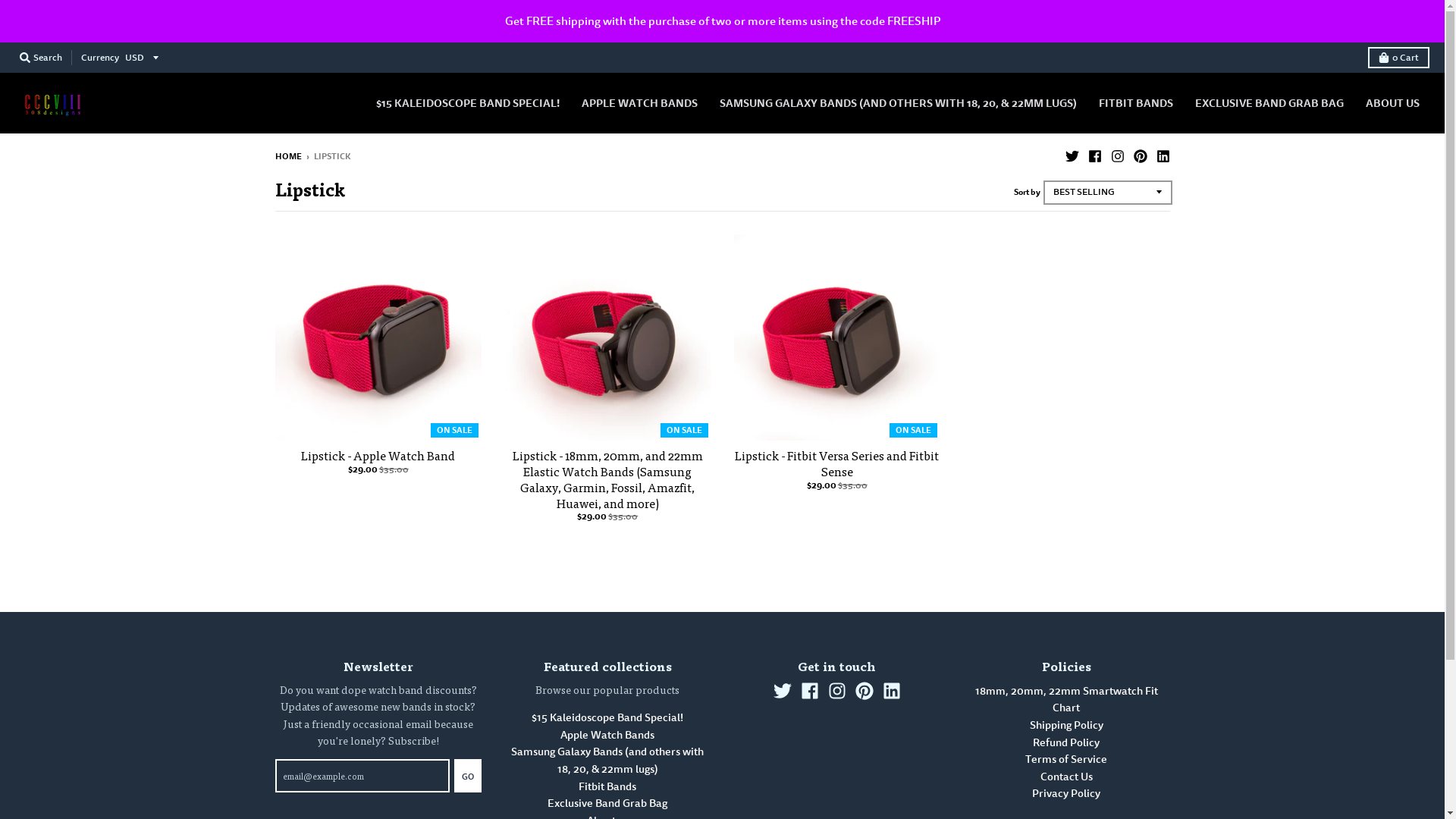 The width and height of the screenshot is (1456, 819). I want to click on 'Fitbit Bands', so click(578, 786).